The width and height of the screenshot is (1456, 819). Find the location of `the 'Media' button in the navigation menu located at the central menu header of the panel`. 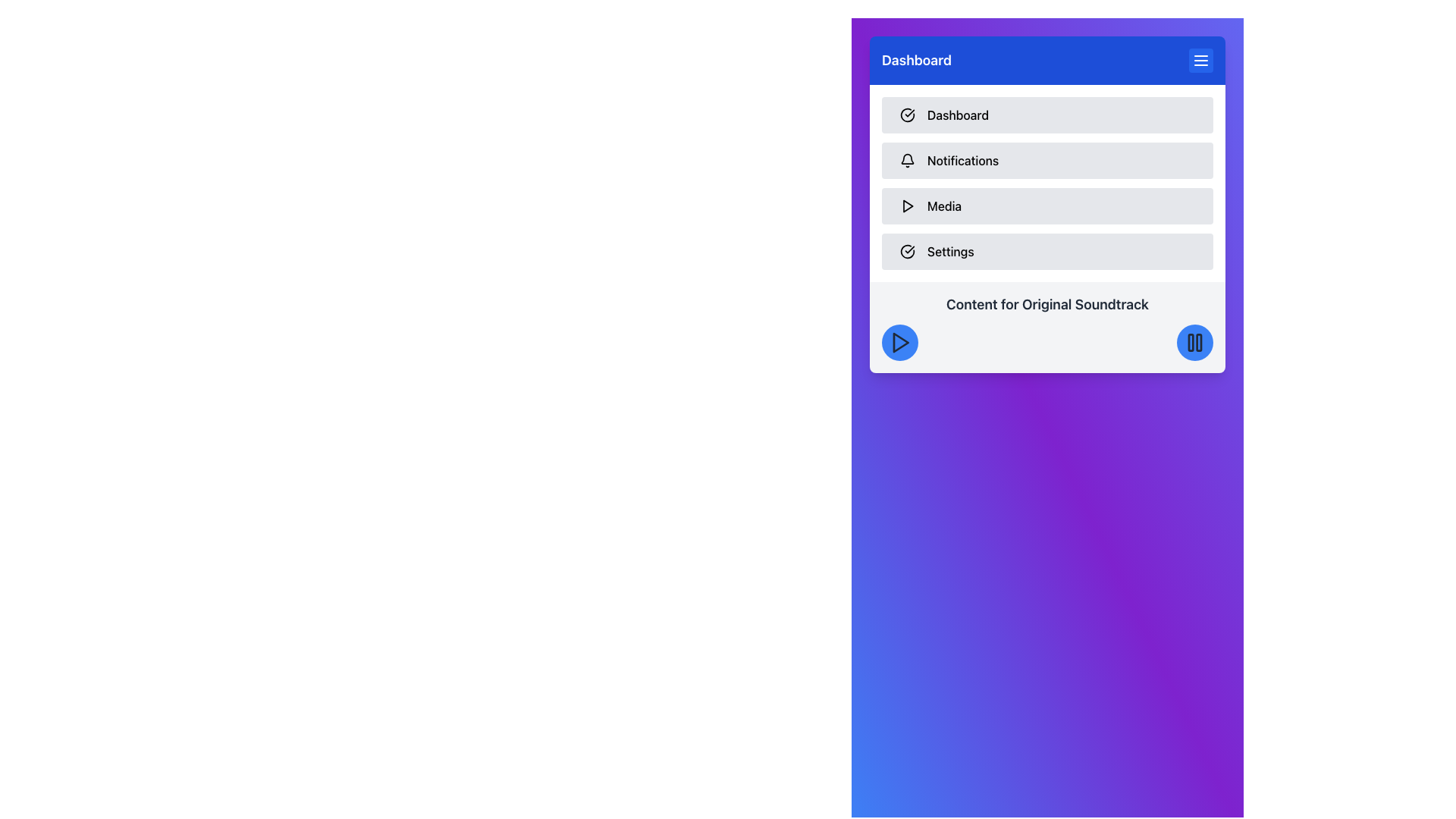

the 'Media' button in the navigation menu located at the central menu header of the panel is located at coordinates (1046, 183).